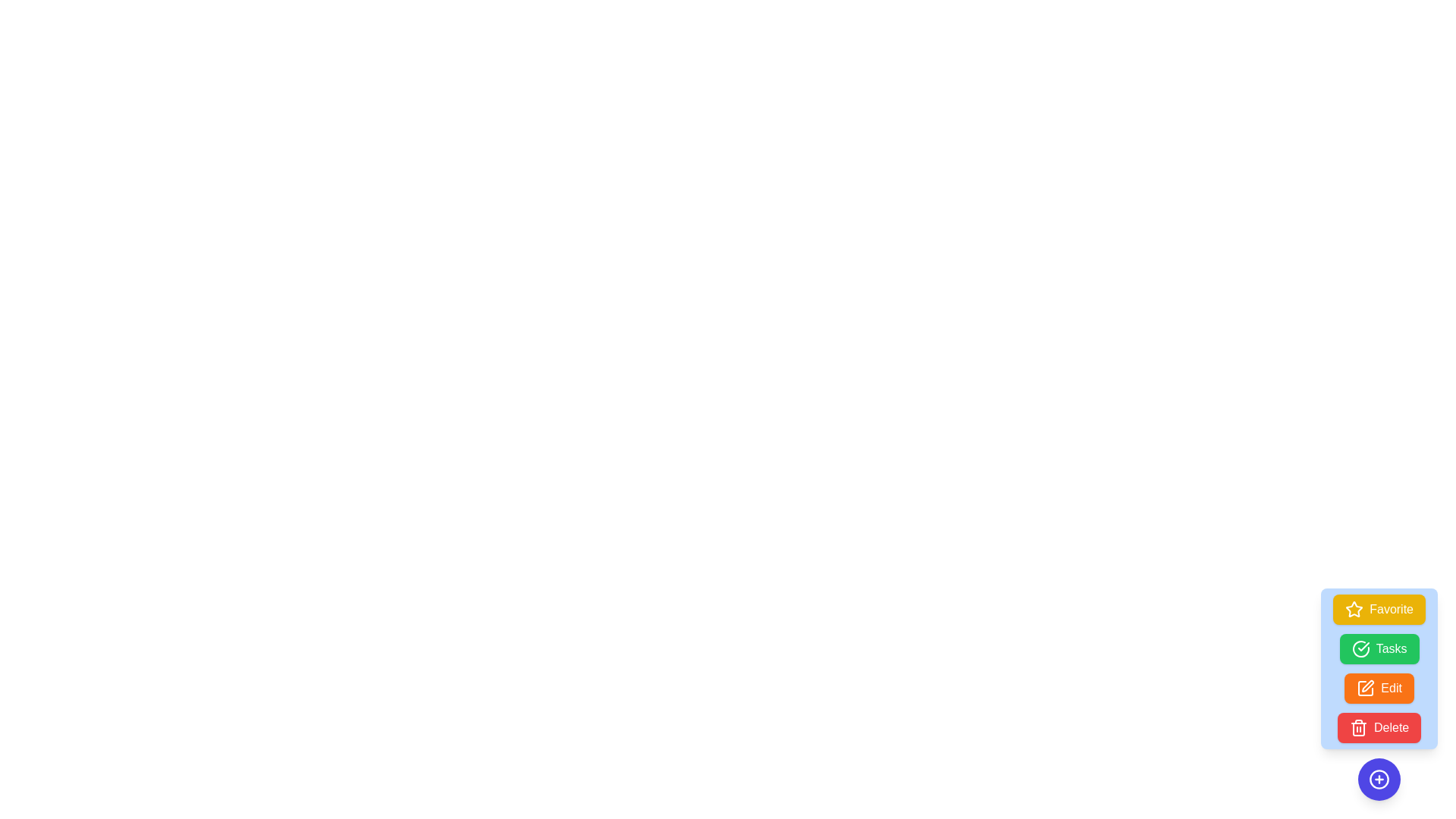  Describe the element at coordinates (1363, 646) in the screenshot. I see `the checkmark icon decoration located on the right side of the interface, part of the green 'Tasks' button` at that location.